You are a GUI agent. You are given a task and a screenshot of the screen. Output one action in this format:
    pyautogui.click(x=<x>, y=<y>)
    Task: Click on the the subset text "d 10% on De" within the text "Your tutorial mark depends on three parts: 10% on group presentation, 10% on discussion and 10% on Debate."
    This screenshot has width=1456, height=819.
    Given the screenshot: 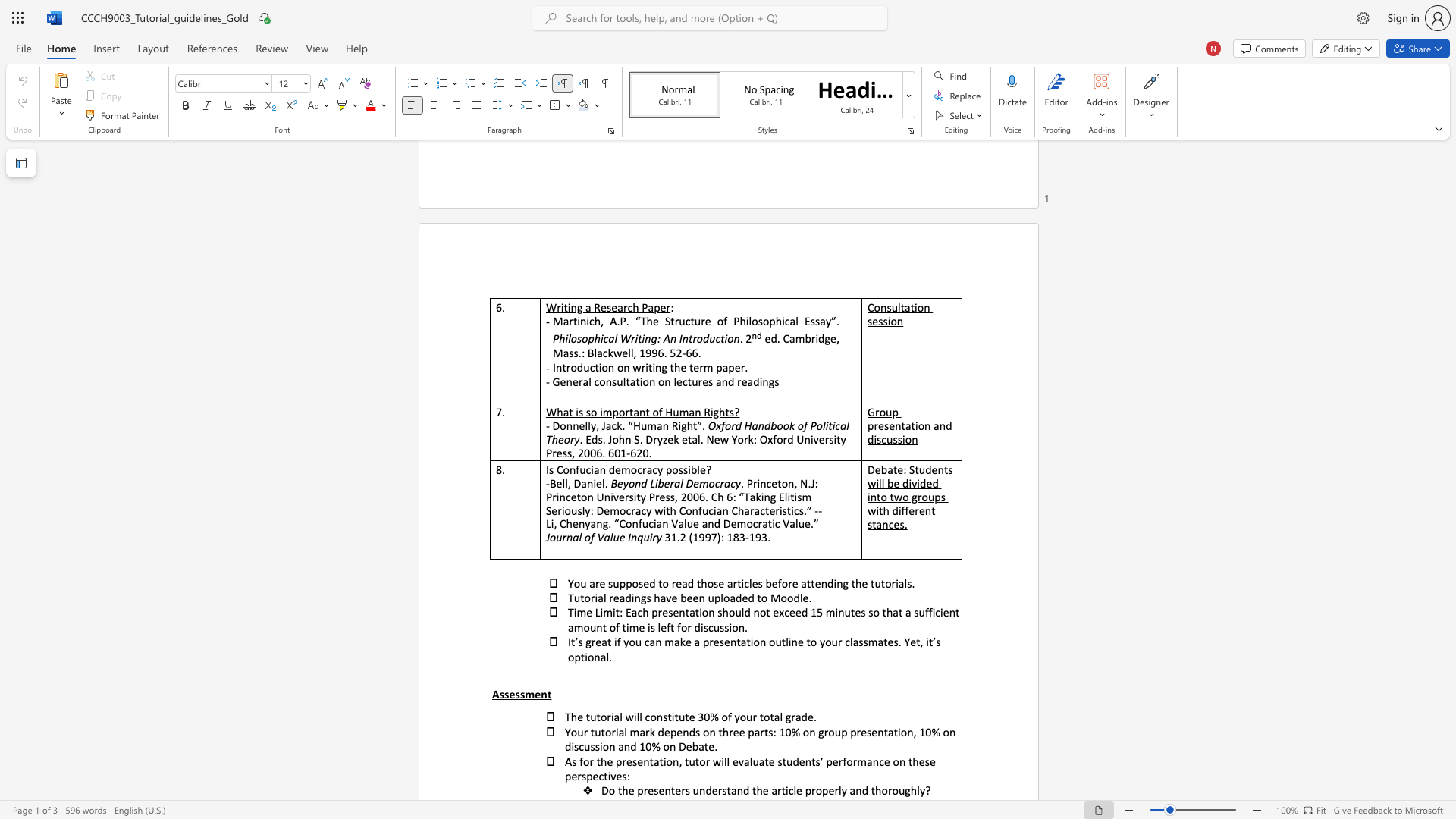 What is the action you would take?
    pyautogui.click(x=630, y=745)
    